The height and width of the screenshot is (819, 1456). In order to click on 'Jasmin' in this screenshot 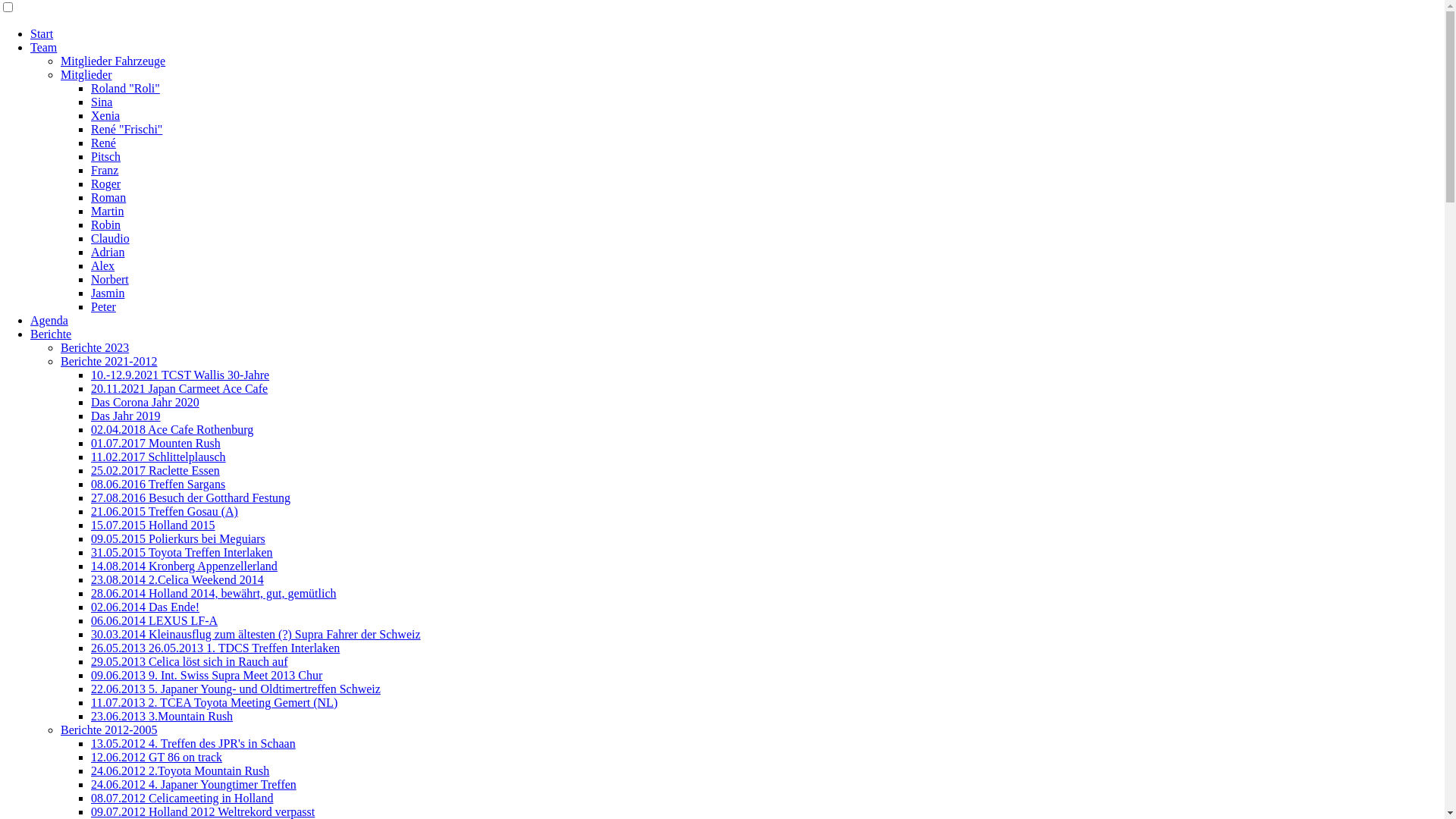, I will do `click(107, 293)`.